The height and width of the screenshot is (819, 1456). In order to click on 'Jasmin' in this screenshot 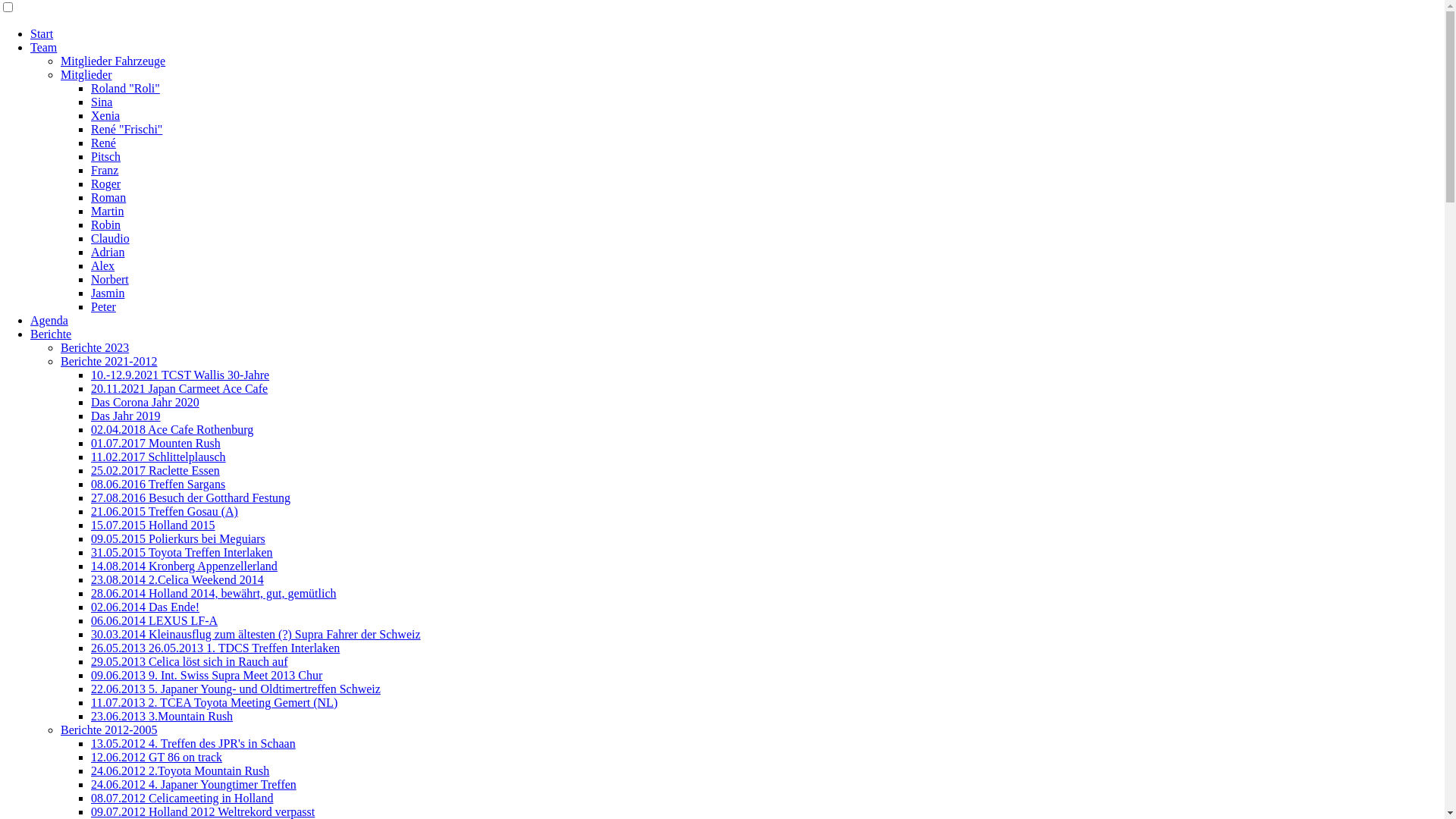, I will do `click(107, 293)`.